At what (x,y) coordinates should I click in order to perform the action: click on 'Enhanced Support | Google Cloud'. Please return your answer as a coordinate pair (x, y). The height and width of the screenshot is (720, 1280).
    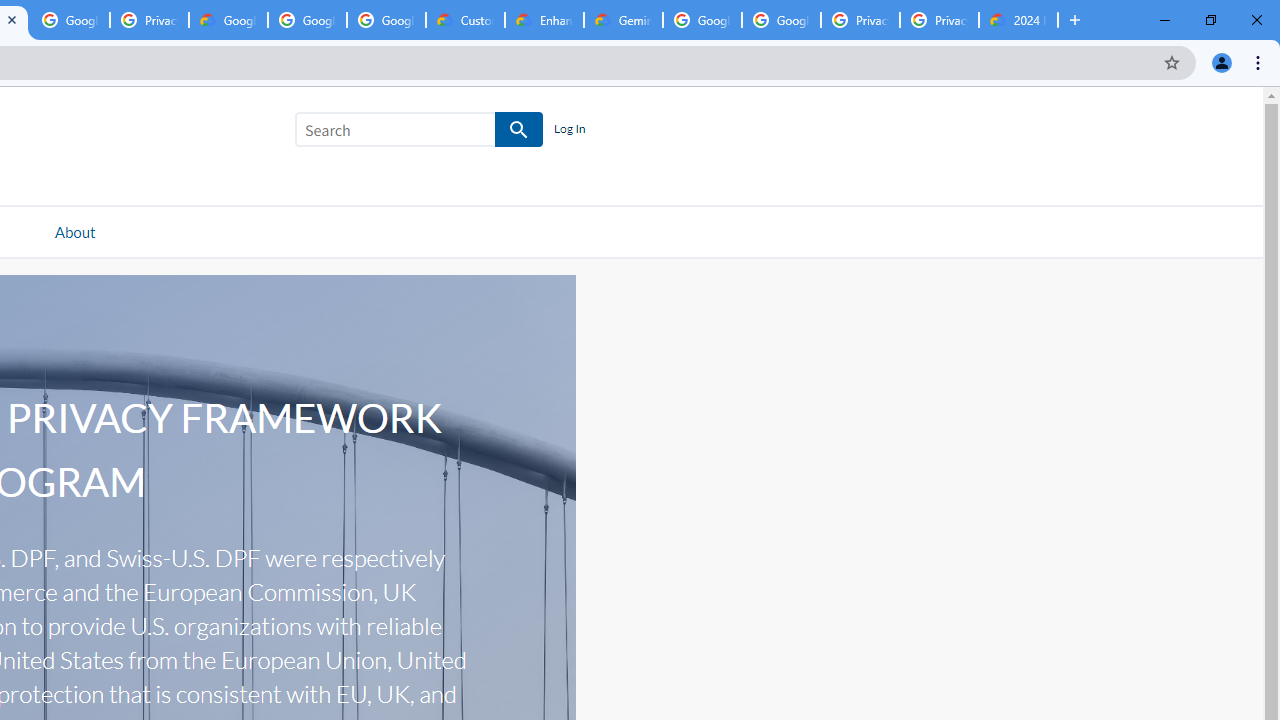
    Looking at the image, I should click on (544, 20).